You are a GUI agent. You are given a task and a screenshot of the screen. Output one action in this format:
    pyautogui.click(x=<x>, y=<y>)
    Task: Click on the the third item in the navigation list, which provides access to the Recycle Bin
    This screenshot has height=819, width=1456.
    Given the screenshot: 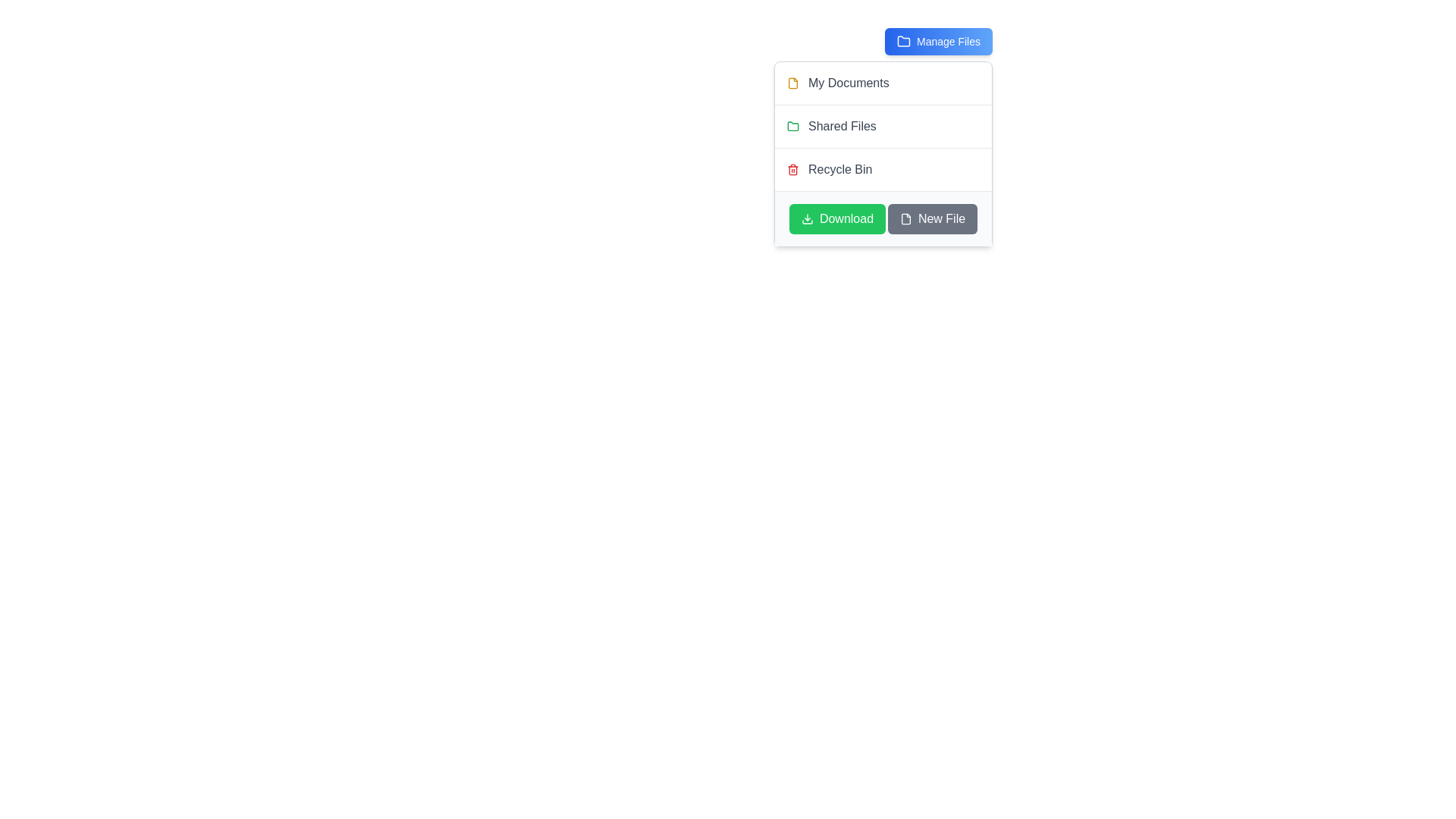 What is the action you would take?
    pyautogui.click(x=883, y=169)
    